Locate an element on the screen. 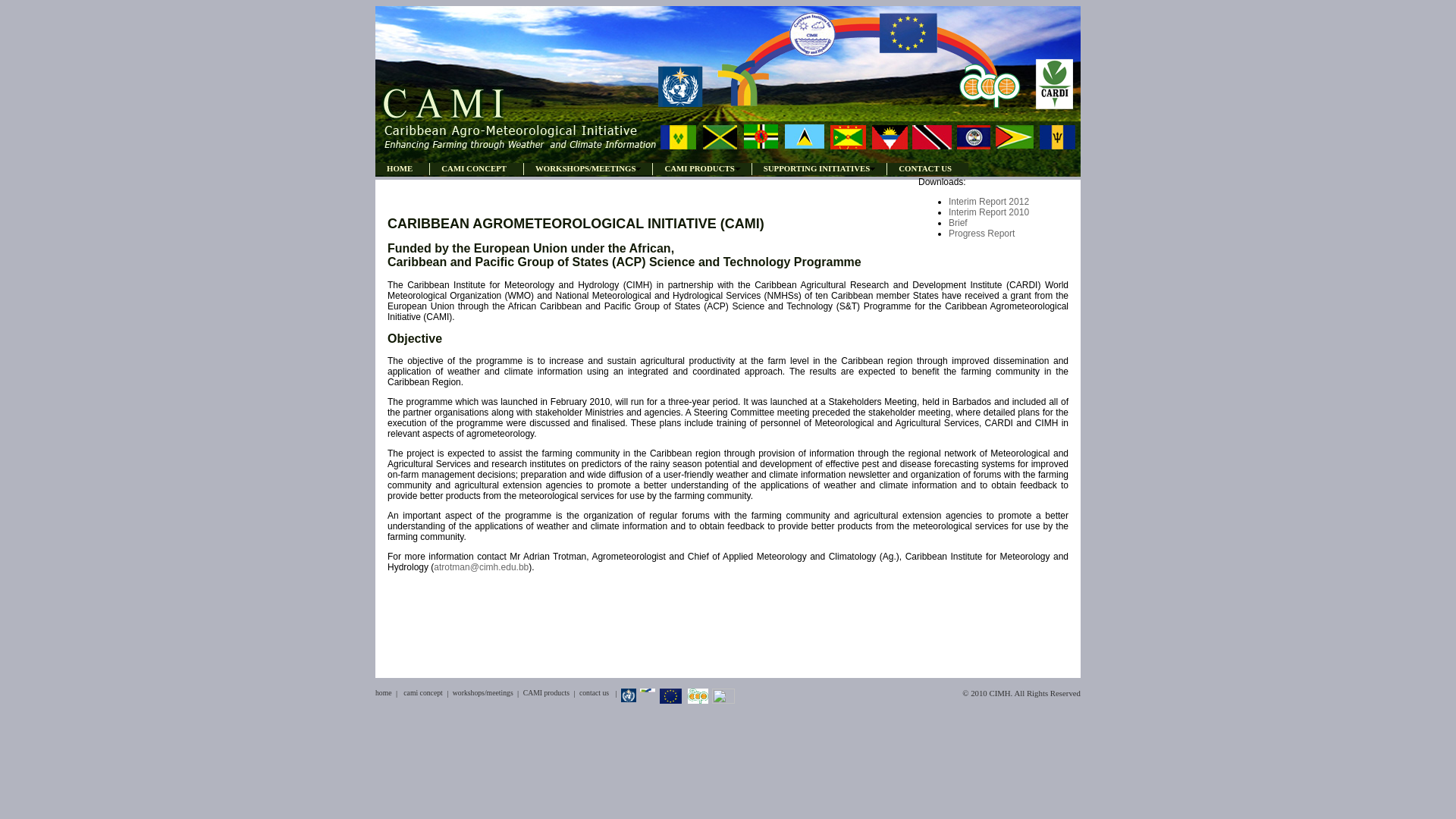 The height and width of the screenshot is (819, 1456). 'home' is located at coordinates (383, 692).